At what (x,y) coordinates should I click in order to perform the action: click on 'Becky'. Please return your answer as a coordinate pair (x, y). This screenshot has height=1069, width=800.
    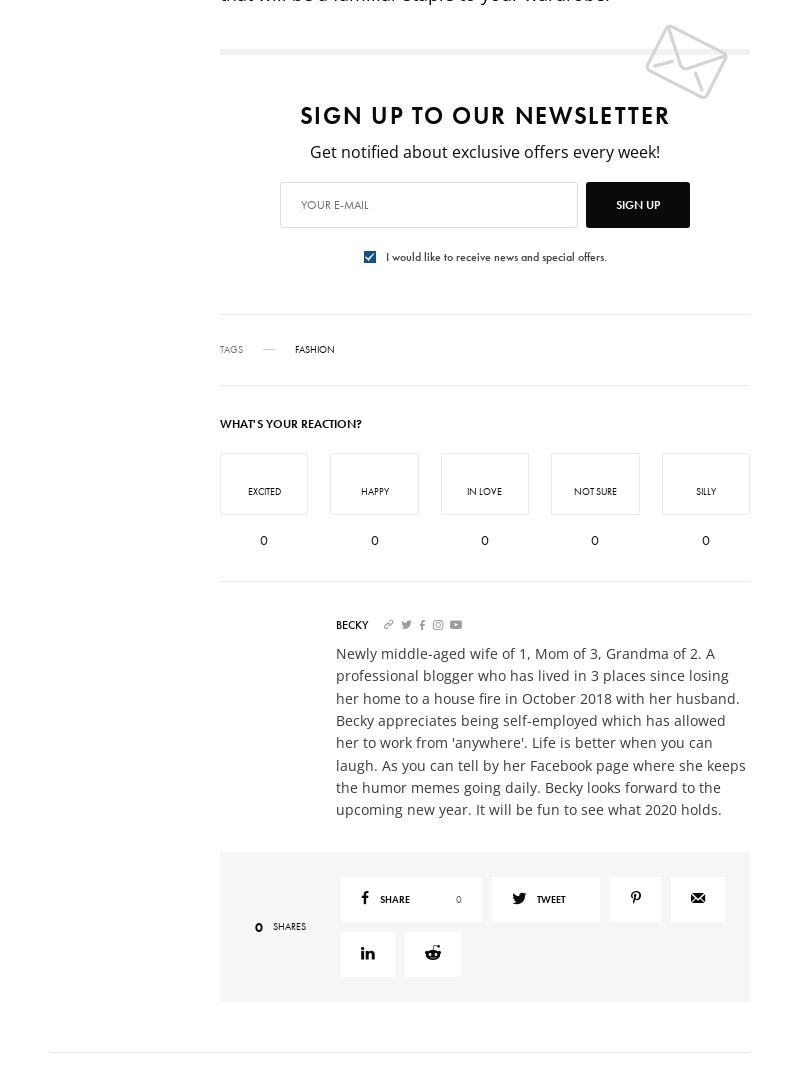
    Looking at the image, I should click on (336, 623).